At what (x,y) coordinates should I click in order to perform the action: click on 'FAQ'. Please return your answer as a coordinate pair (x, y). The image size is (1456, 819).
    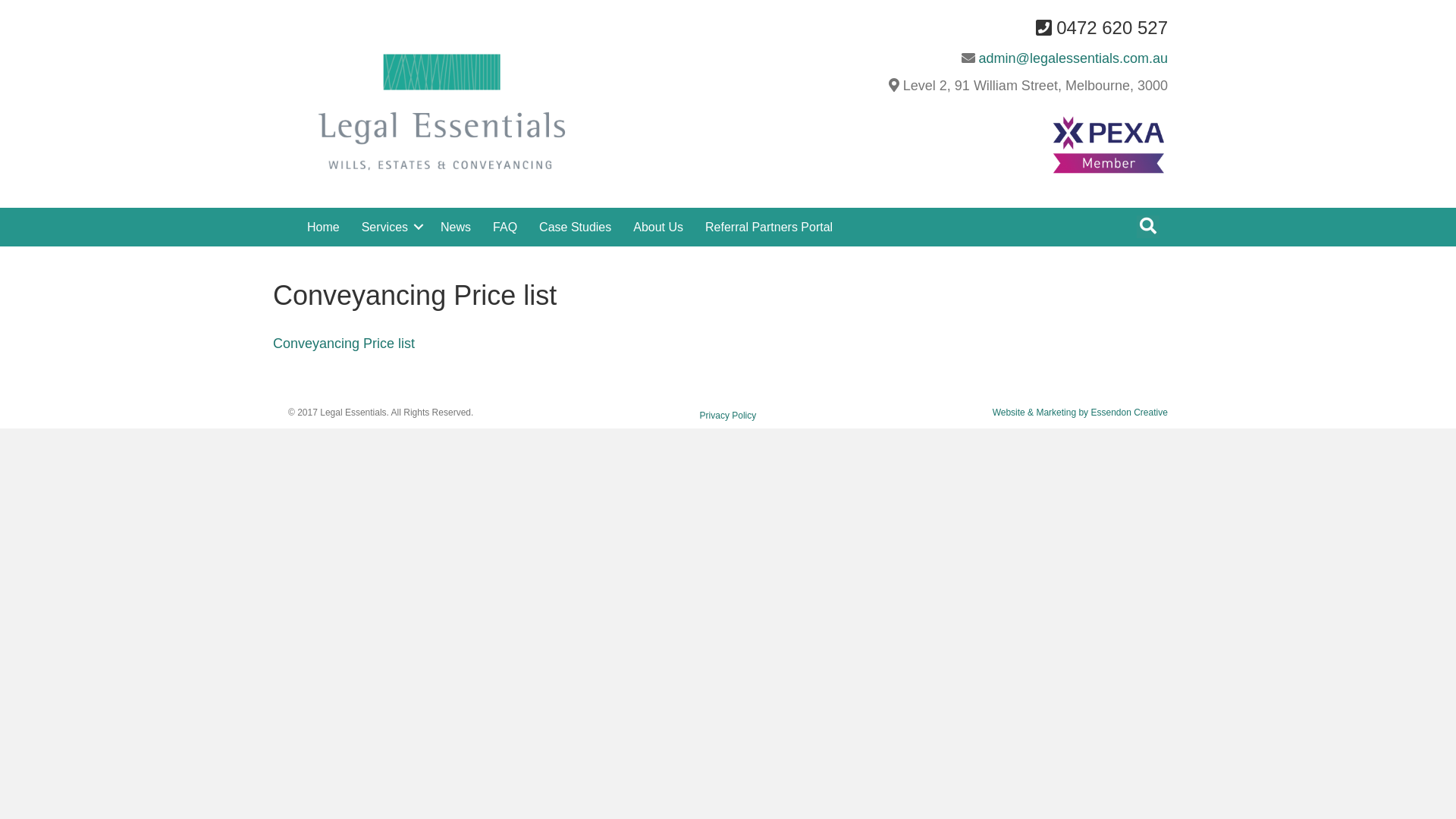
    Looking at the image, I should click on (505, 227).